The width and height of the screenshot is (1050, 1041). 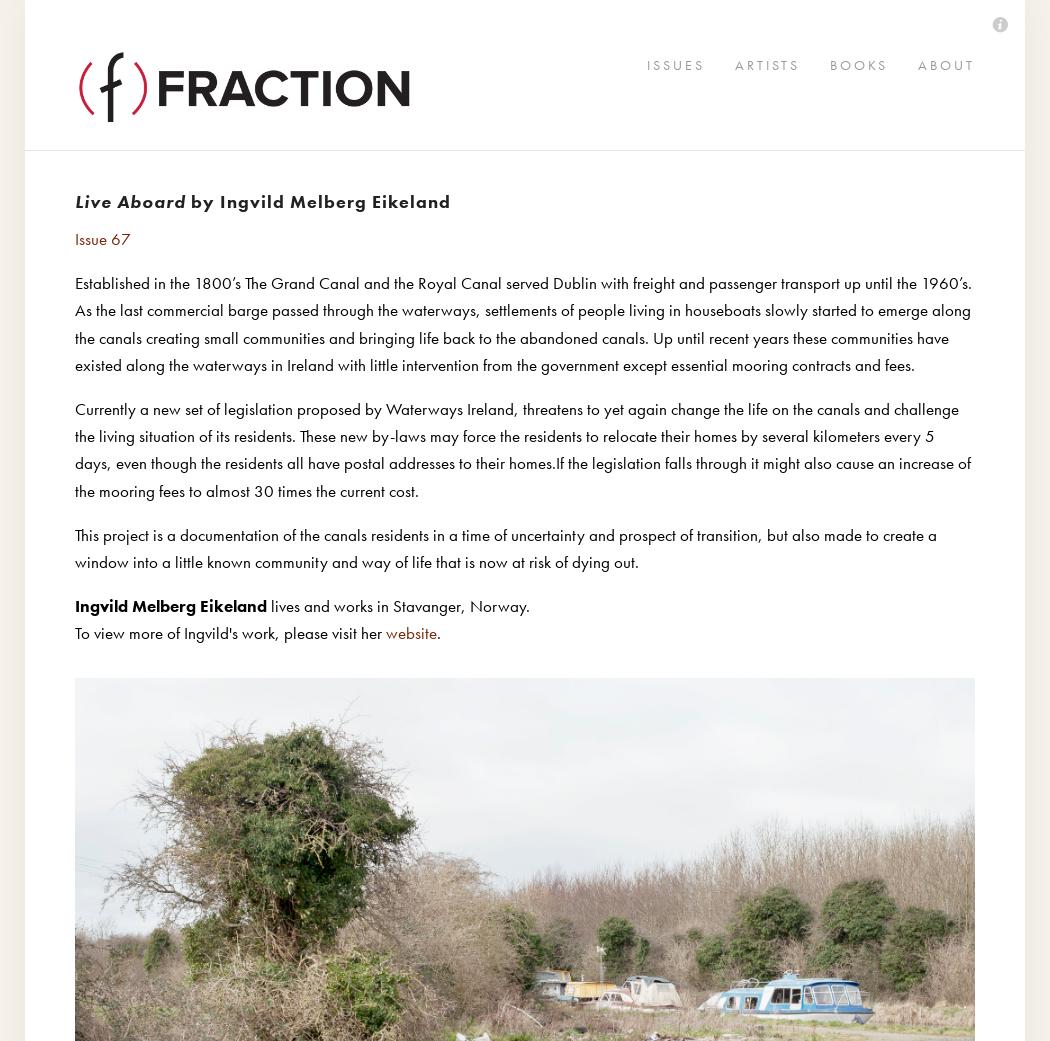 I want to click on 'Ingvild Melberg Eikeland', so click(x=171, y=605).